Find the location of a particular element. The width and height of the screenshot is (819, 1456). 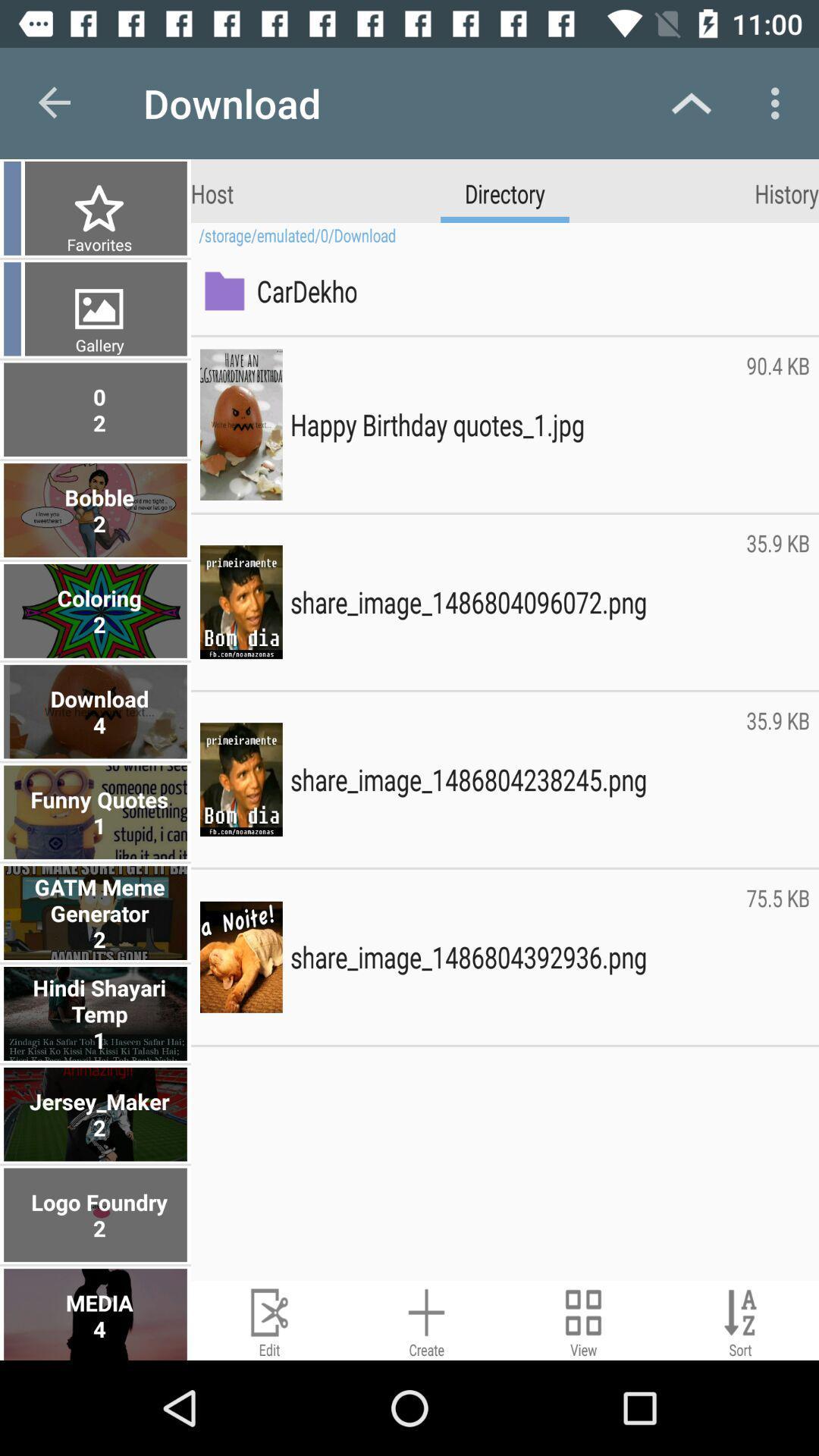

change view is located at coordinates (582, 1319).